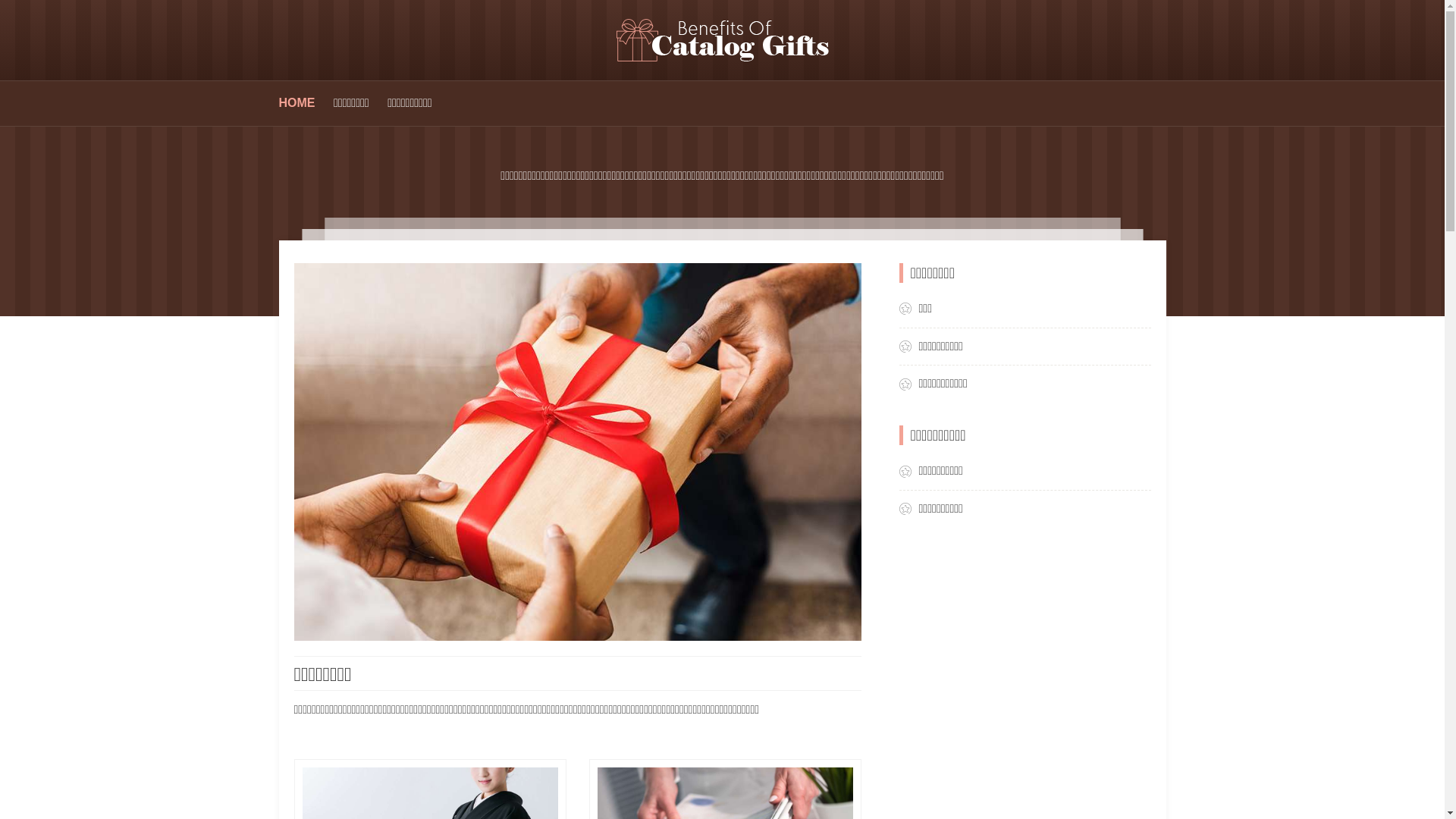  Describe the element at coordinates (297, 102) in the screenshot. I see `'HOME'` at that location.